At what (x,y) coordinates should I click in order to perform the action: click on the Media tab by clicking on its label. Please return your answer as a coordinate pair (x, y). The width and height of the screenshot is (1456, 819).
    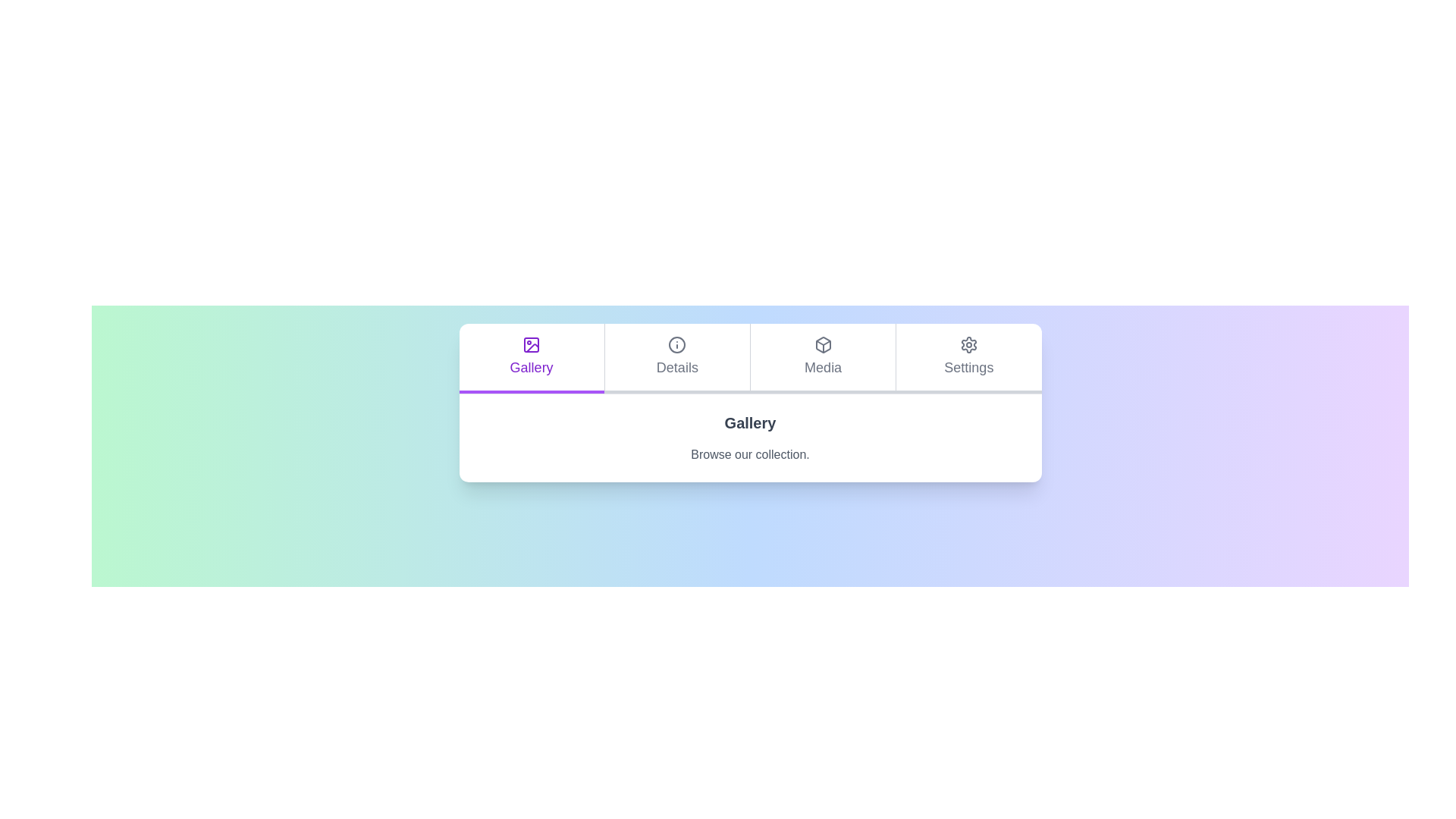
    Looking at the image, I should click on (822, 359).